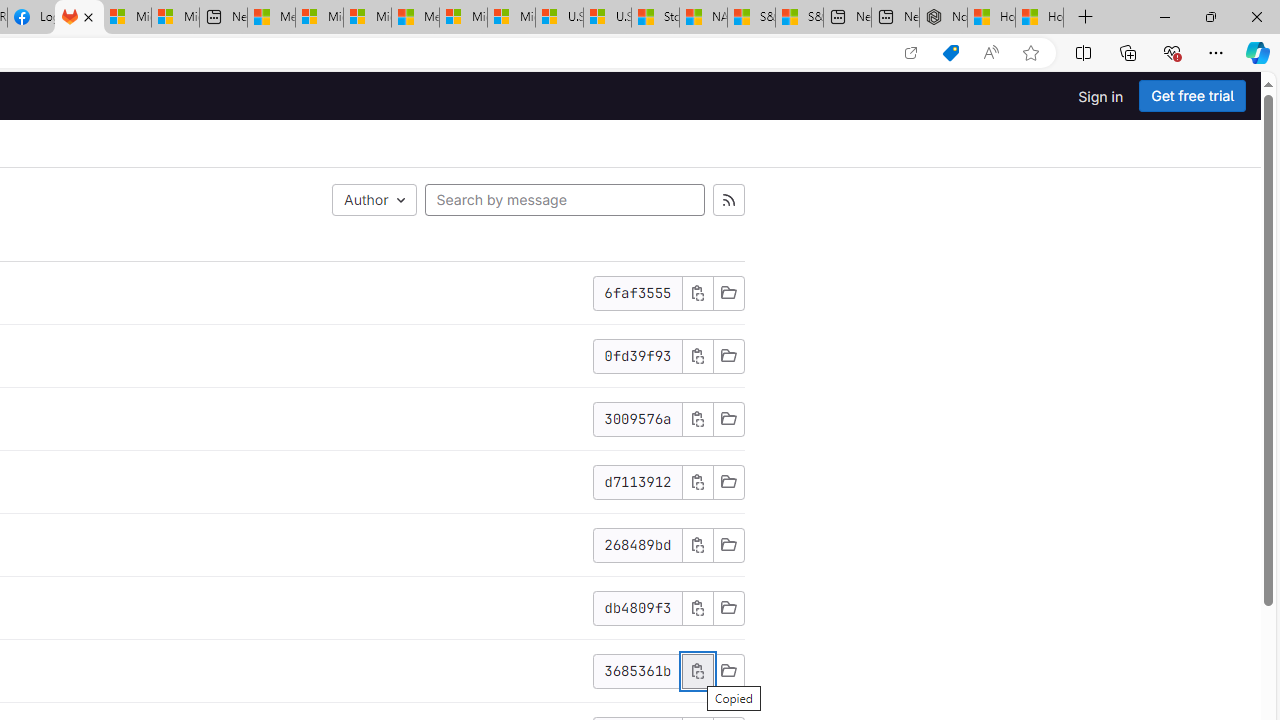 This screenshot has height=720, width=1280. Describe the element at coordinates (727, 200) in the screenshot. I see `'Commits feed'` at that location.